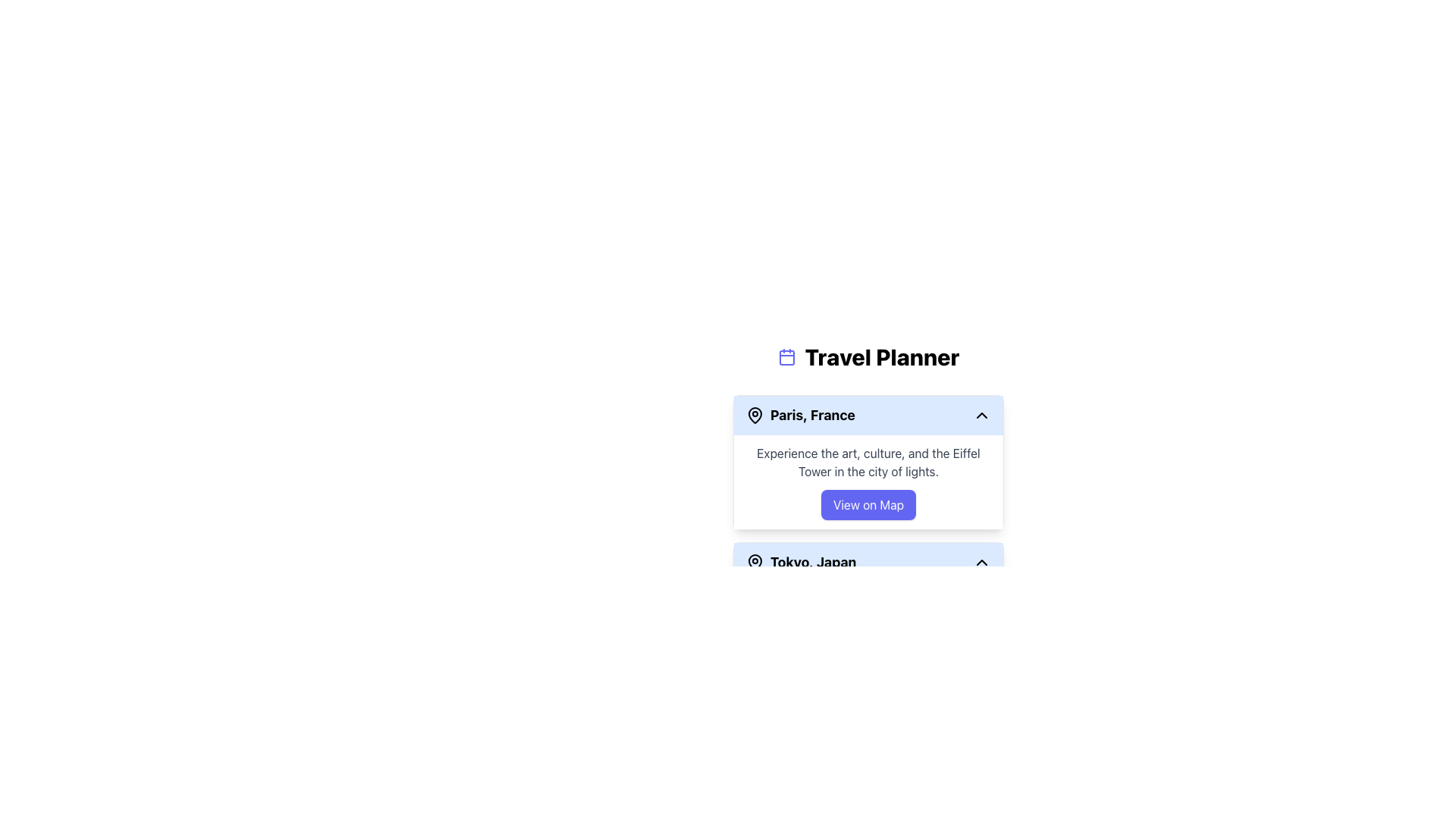  I want to click on the 'Travel Planner' header text with the calendar icon, so click(868, 356).